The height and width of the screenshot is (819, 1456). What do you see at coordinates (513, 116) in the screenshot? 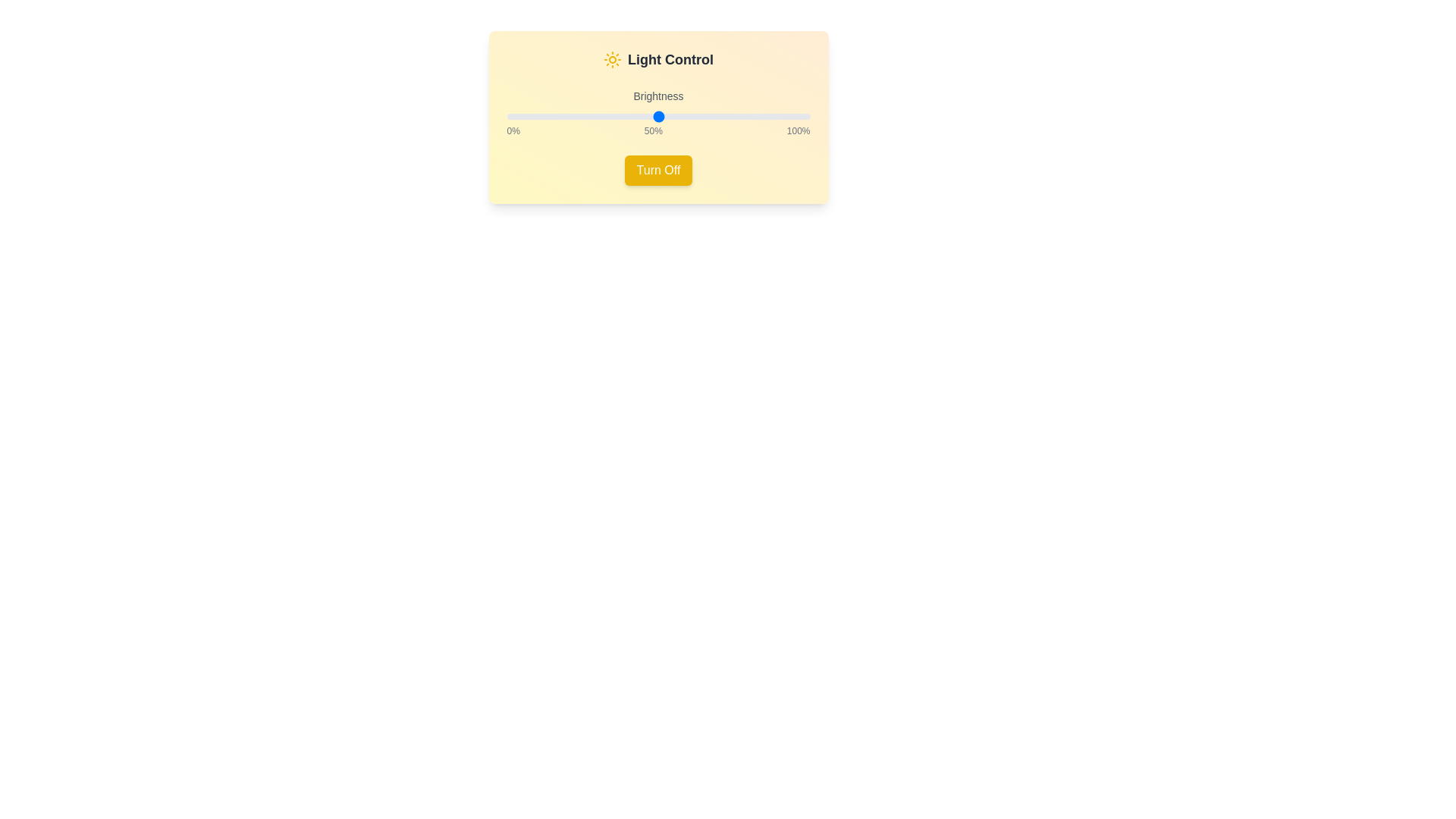
I see `the brightness level` at bounding box center [513, 116].